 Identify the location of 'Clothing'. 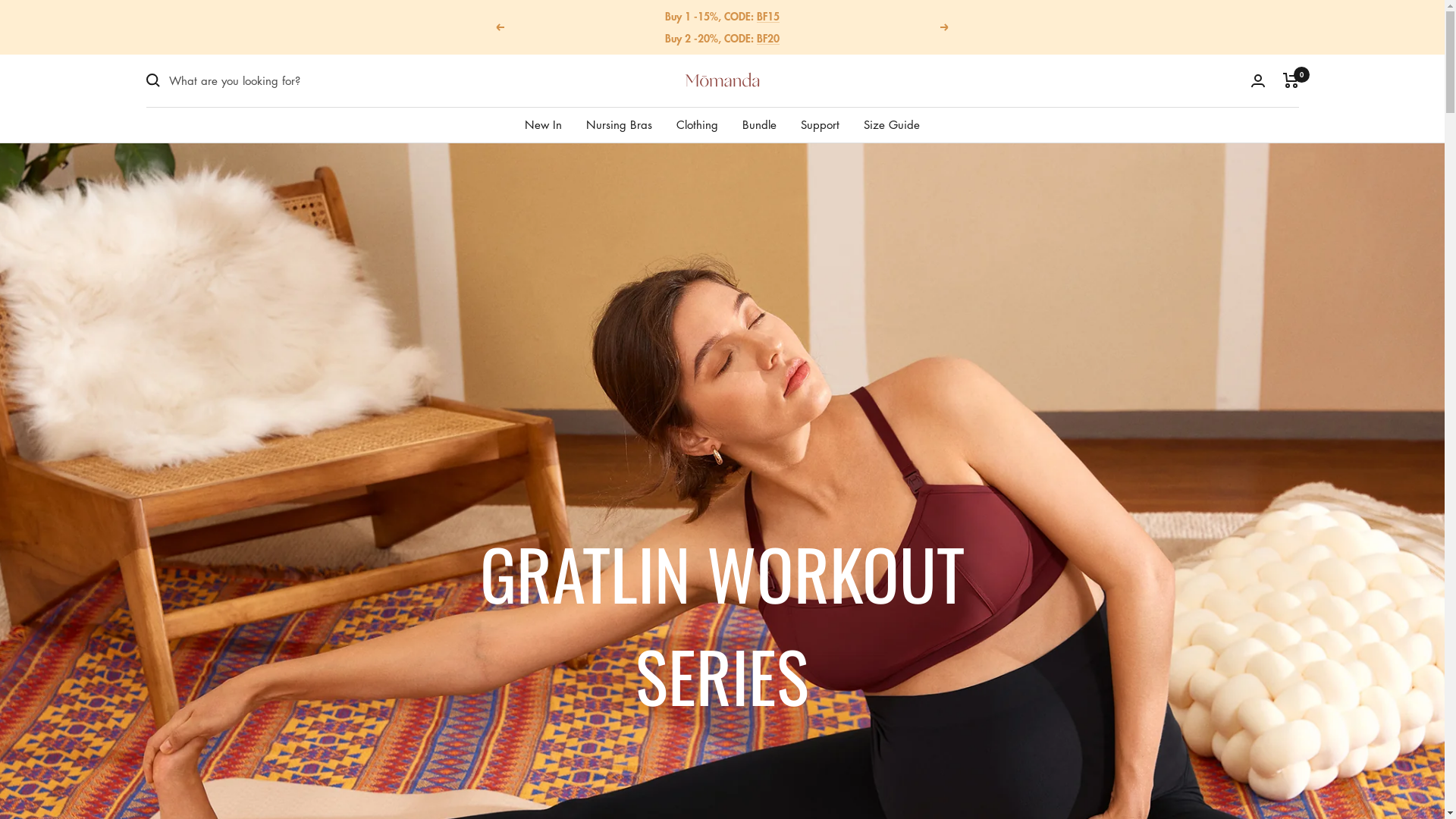
(696, 122).